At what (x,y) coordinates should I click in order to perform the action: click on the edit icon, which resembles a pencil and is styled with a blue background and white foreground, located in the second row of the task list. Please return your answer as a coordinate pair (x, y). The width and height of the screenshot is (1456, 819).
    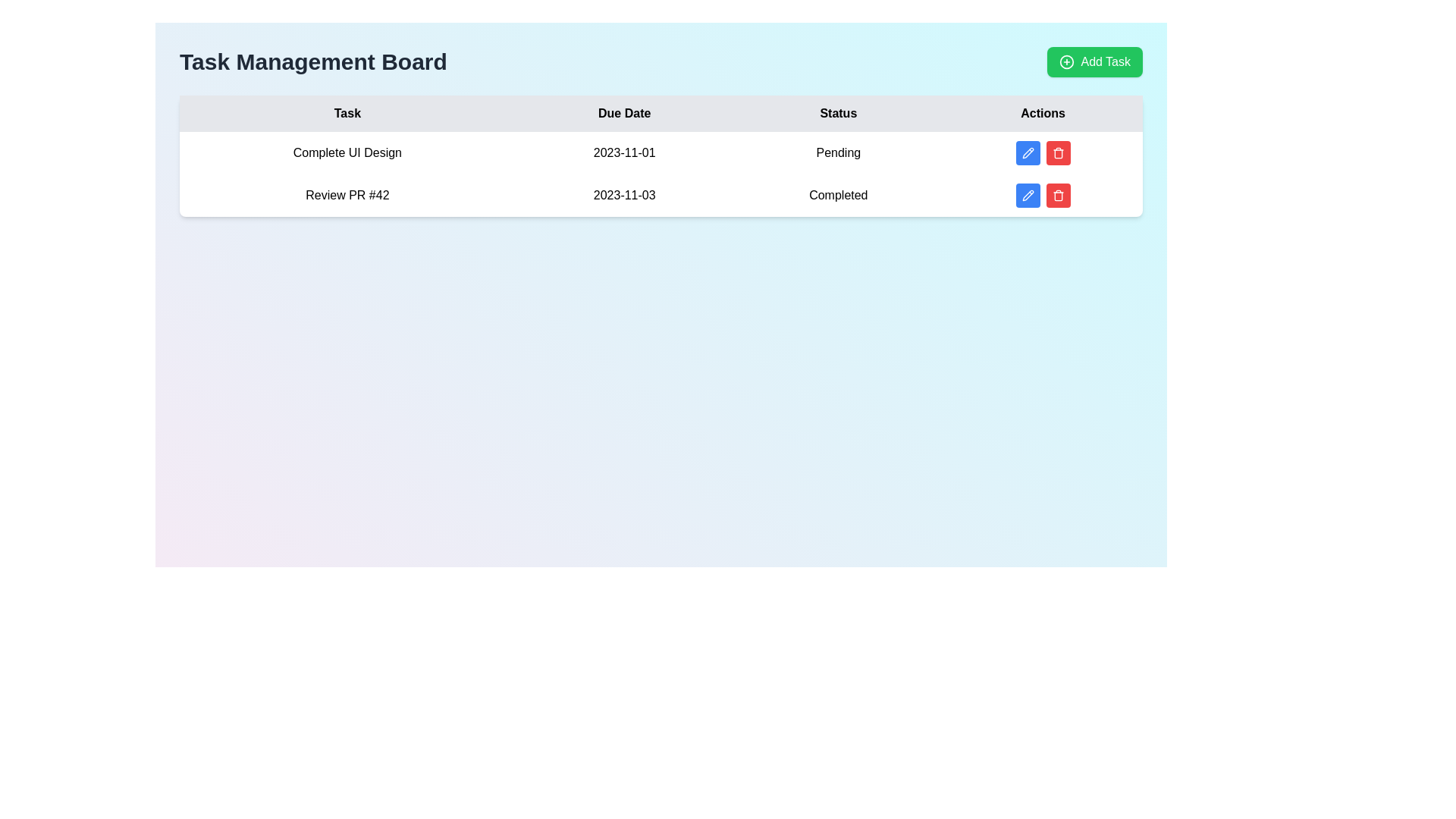
    Looking at the image, I should click on (1028, 152).